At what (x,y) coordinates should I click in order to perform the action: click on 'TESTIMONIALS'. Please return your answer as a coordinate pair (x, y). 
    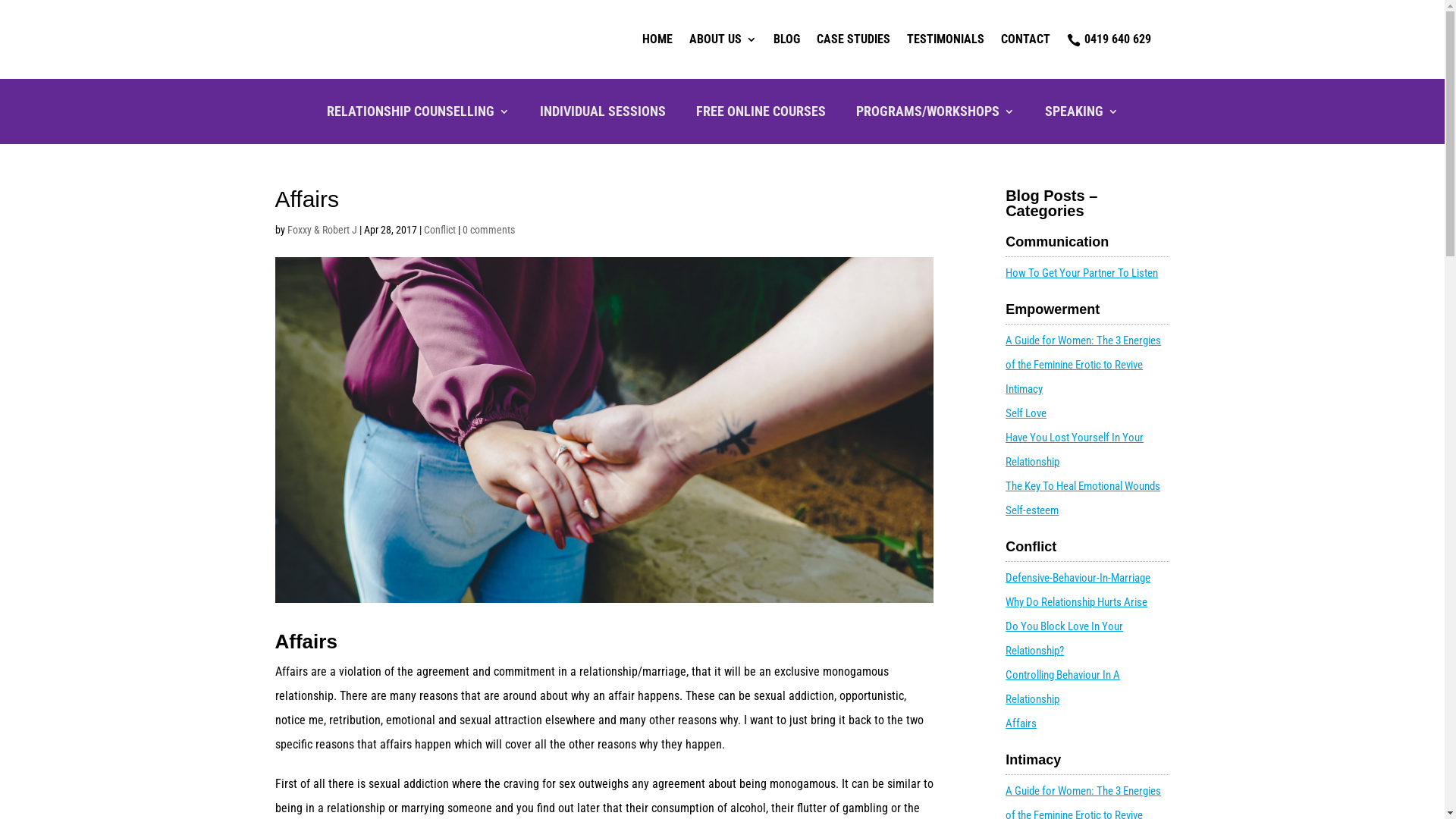
    Looking at the image, I should click on (906, 38).